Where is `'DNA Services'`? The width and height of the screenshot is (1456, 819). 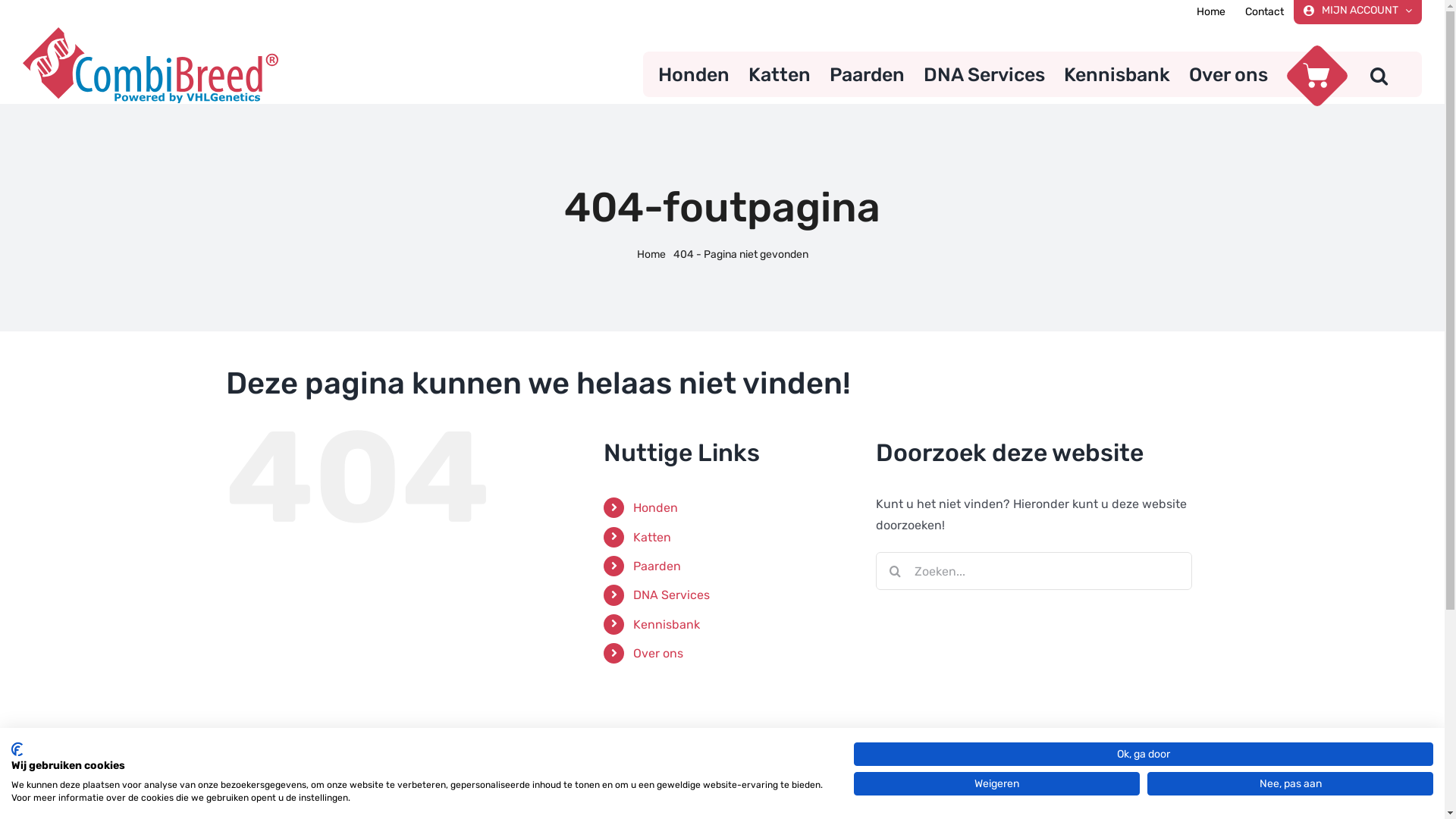 'DNA Services' is located at coordinates (670, 594).